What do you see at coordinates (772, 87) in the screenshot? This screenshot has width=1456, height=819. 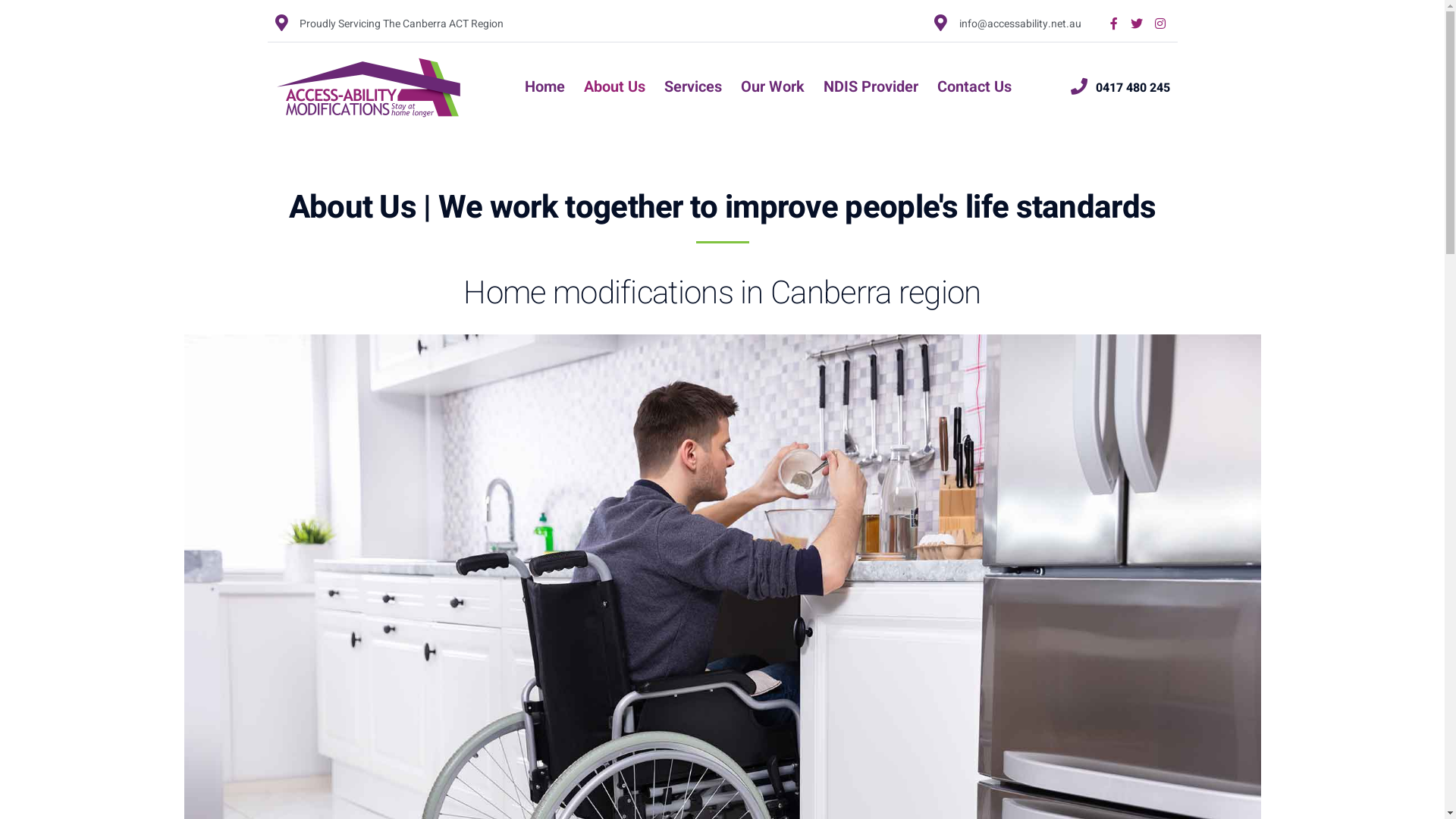 I see `'Our Work'` at bounding box center [772, 87].